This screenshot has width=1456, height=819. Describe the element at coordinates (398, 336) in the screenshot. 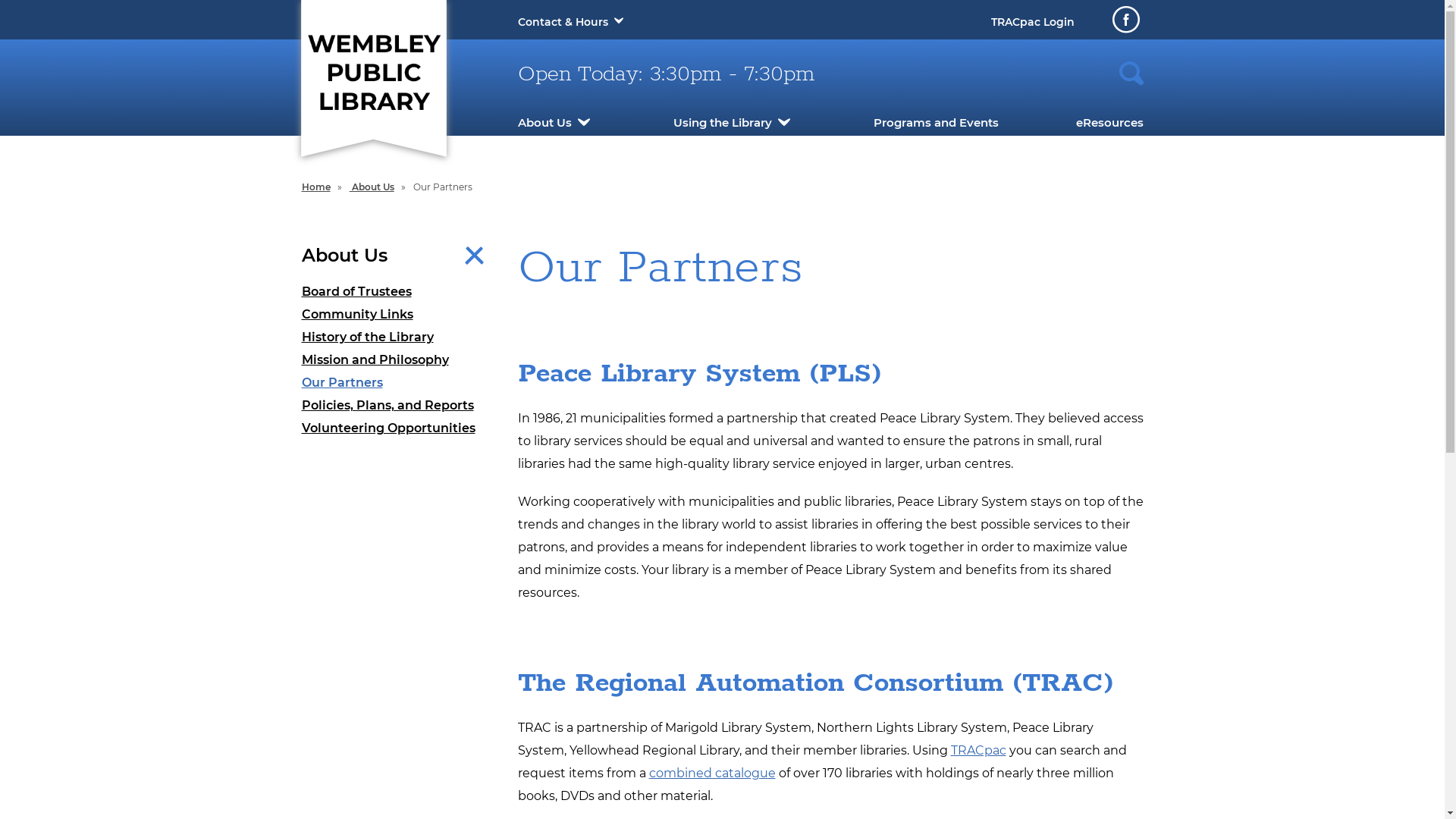

I see `'History of the Library'` at that location.